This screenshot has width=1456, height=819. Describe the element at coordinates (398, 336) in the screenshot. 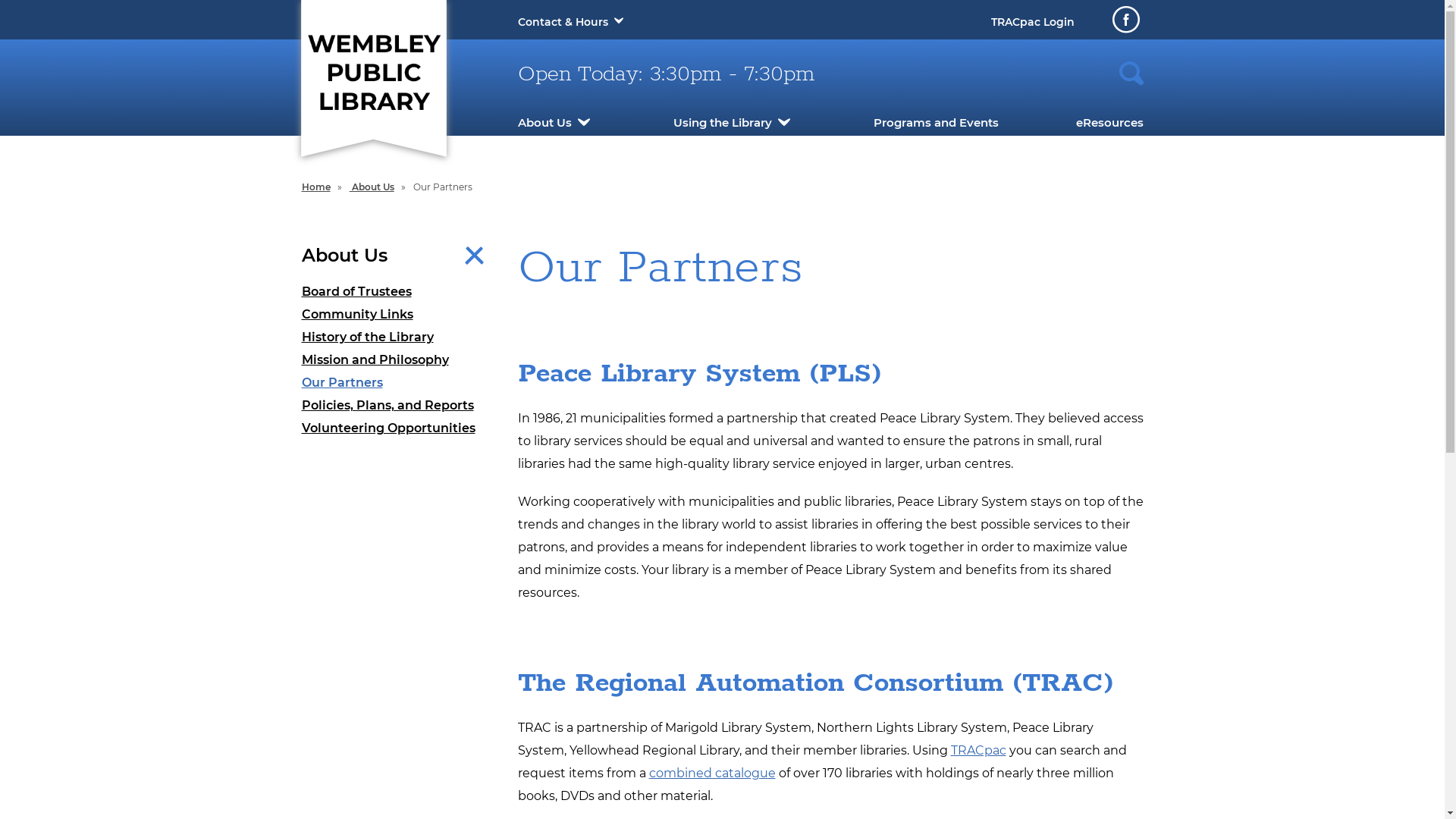

I see `'History of the Library'` at that location.